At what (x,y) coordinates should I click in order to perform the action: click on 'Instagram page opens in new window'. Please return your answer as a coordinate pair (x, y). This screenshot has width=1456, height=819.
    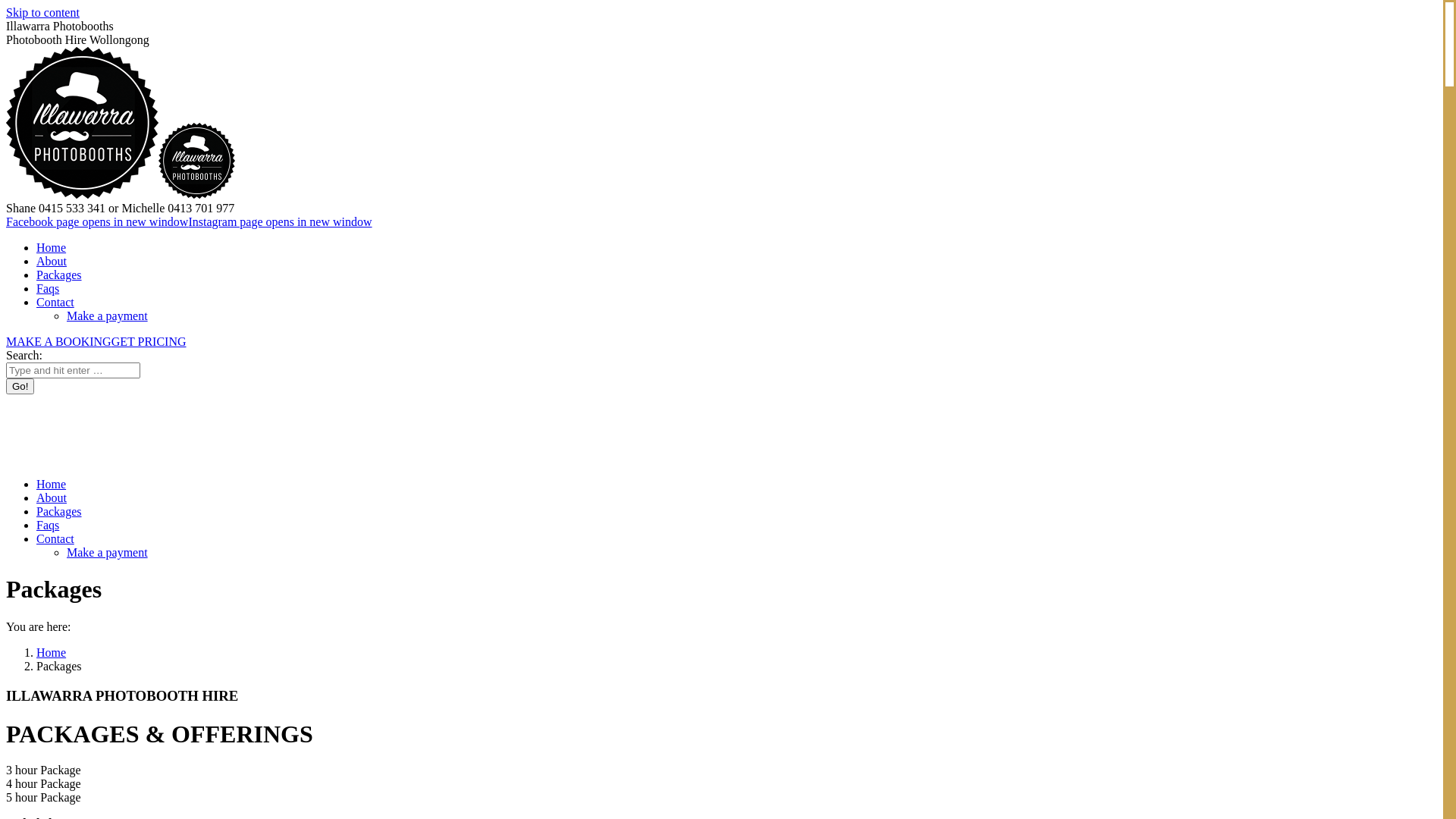
    Looking at the image, I should click on (280, 221).